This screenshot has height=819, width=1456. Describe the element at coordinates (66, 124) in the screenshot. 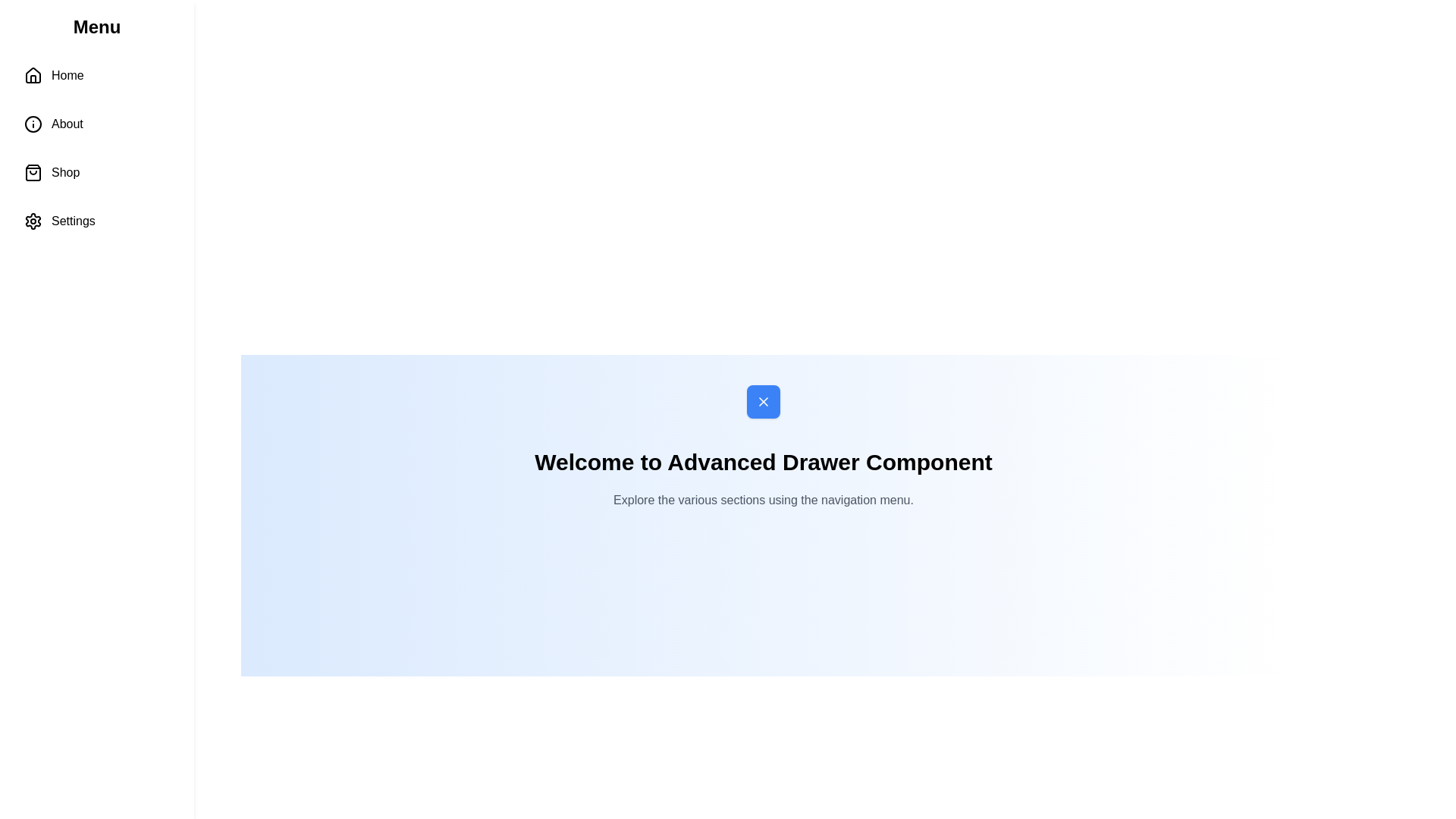

I see `the 'About' menu item text label` at that location.